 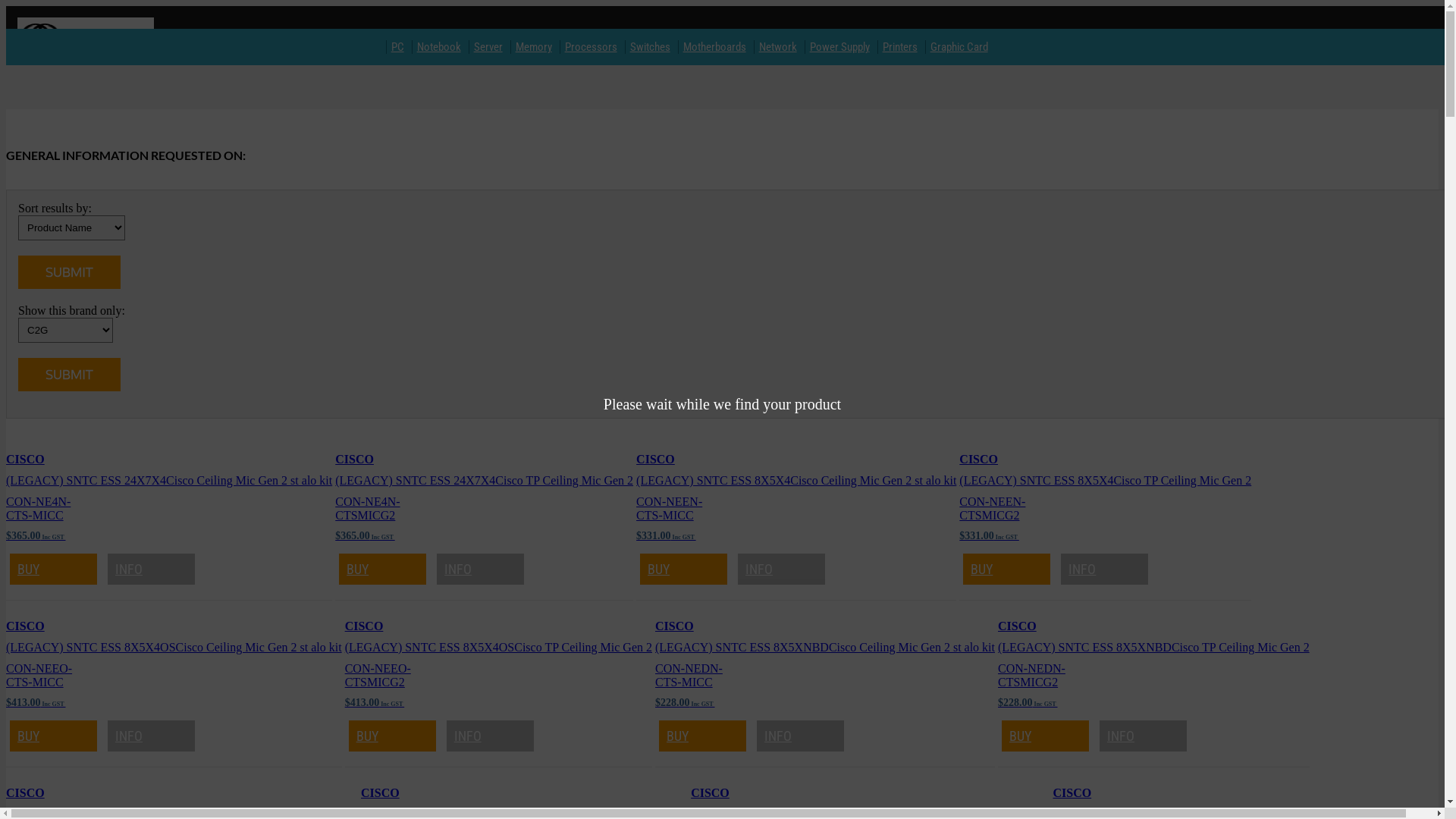 I want to click on '(LEGACY) SNTC ESS 8X5X4OSCisco Ceiling Mic Gen 2 st alo kit', so click(x=174, y=647).